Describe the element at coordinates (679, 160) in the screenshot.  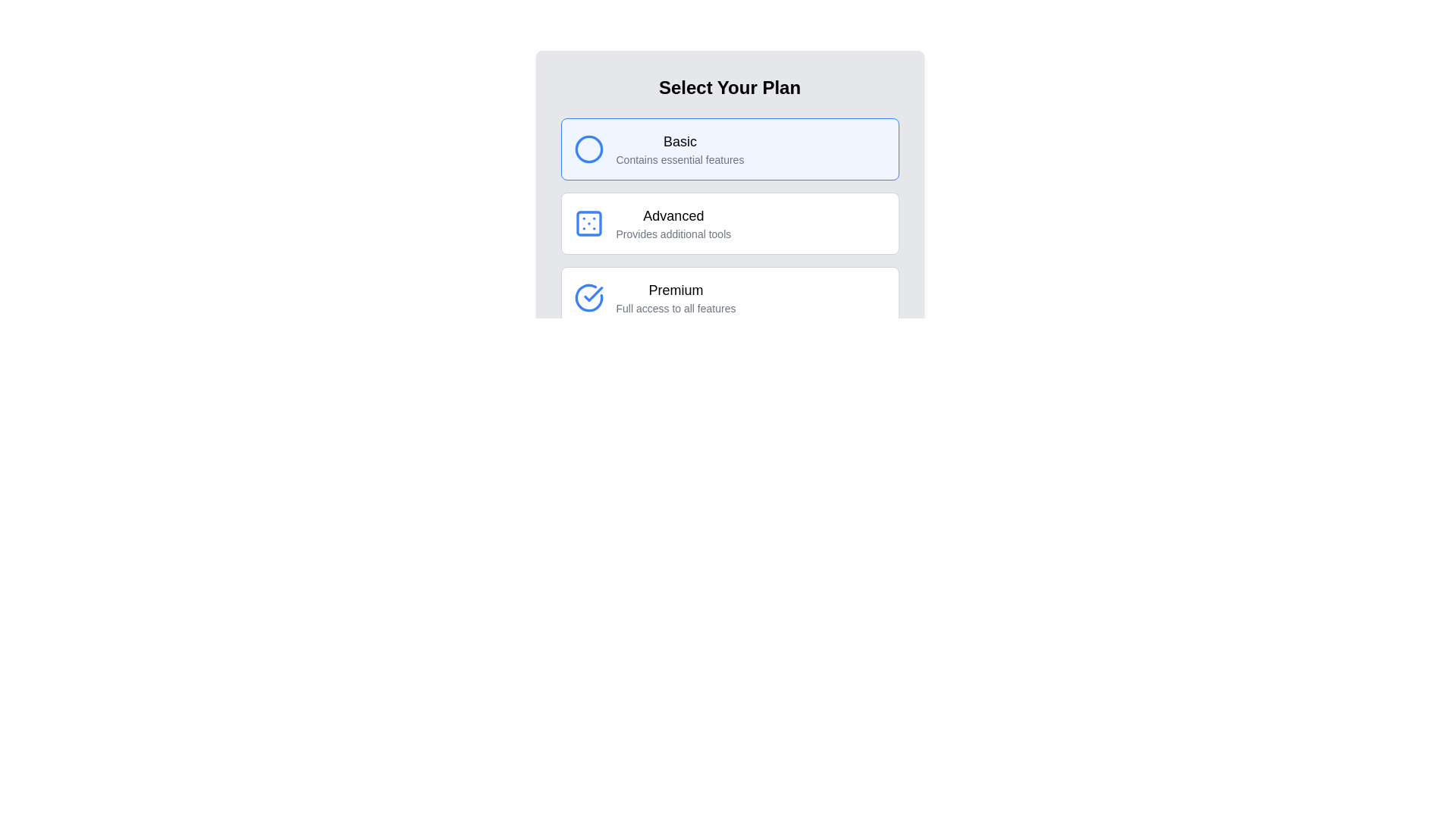
I see `description text label for the 'Basic' subscription plan, which is located below the heading 'Basic' in the subscription plans section` at that location.